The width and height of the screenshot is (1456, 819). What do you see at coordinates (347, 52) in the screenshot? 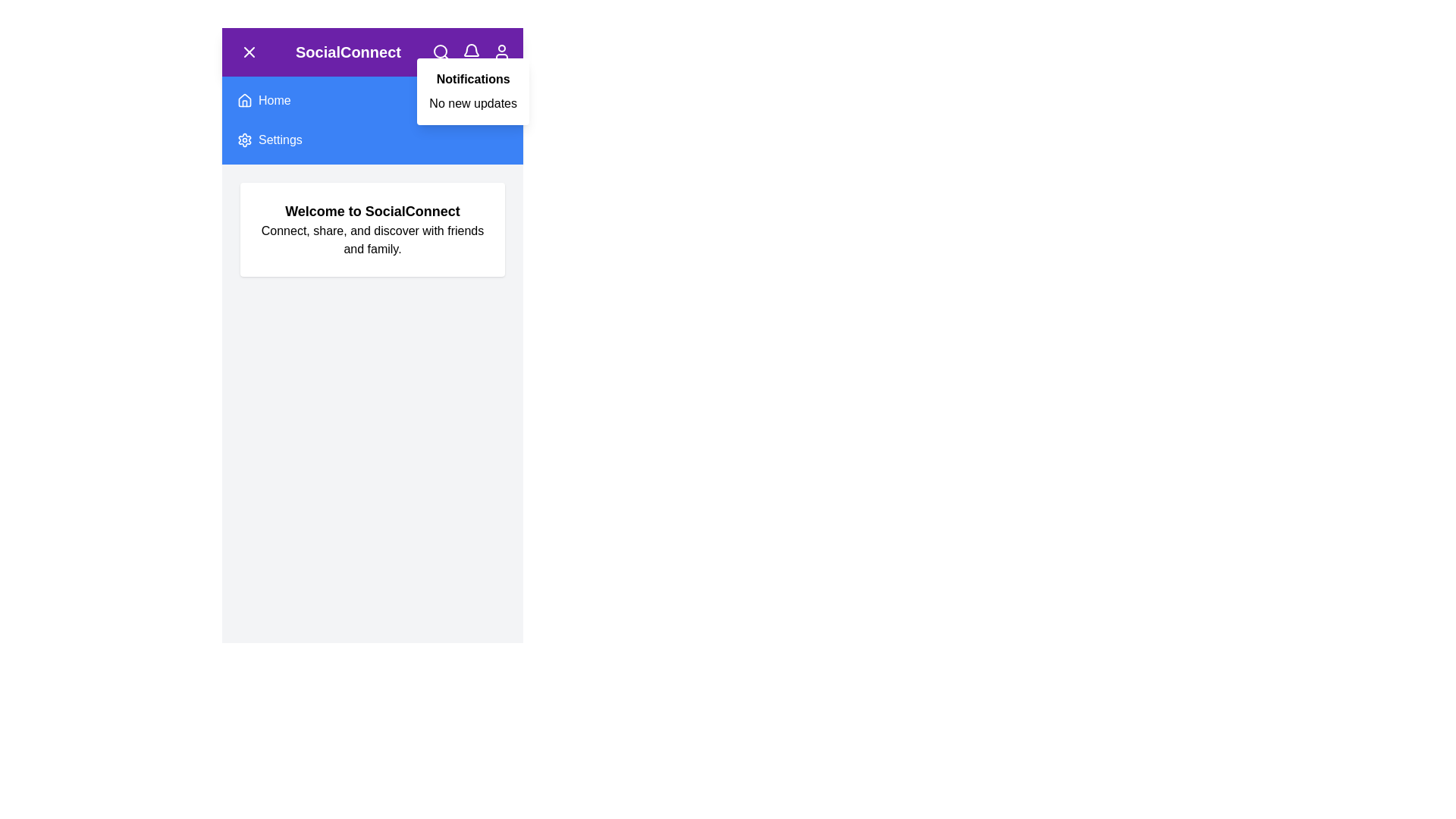
I see `the title text 'SocialConnect' in the app bar` at bounding box center [347, 52].